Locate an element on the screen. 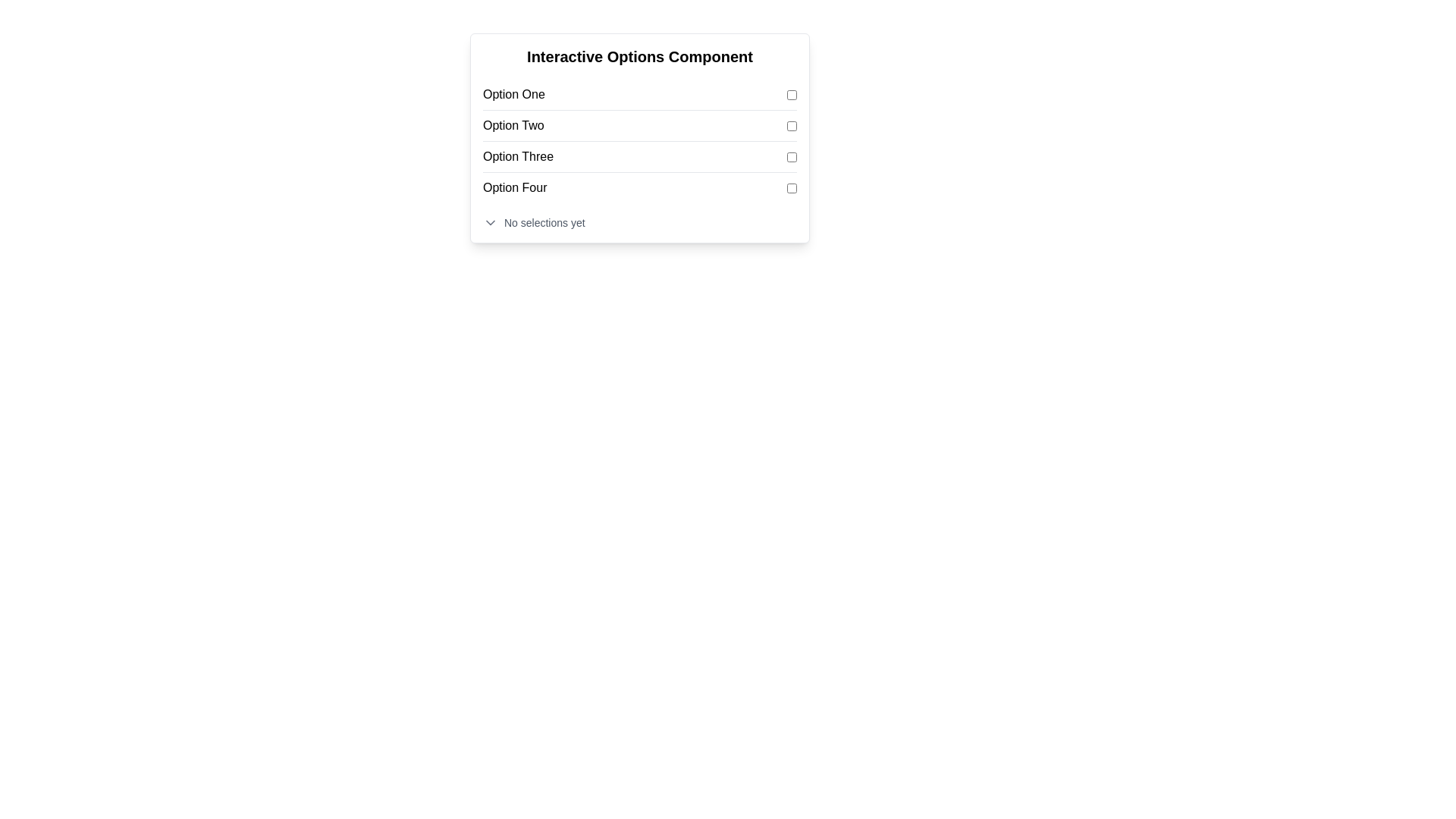  the checkbox for 'Option Three' is located at coordinates (791, 157).